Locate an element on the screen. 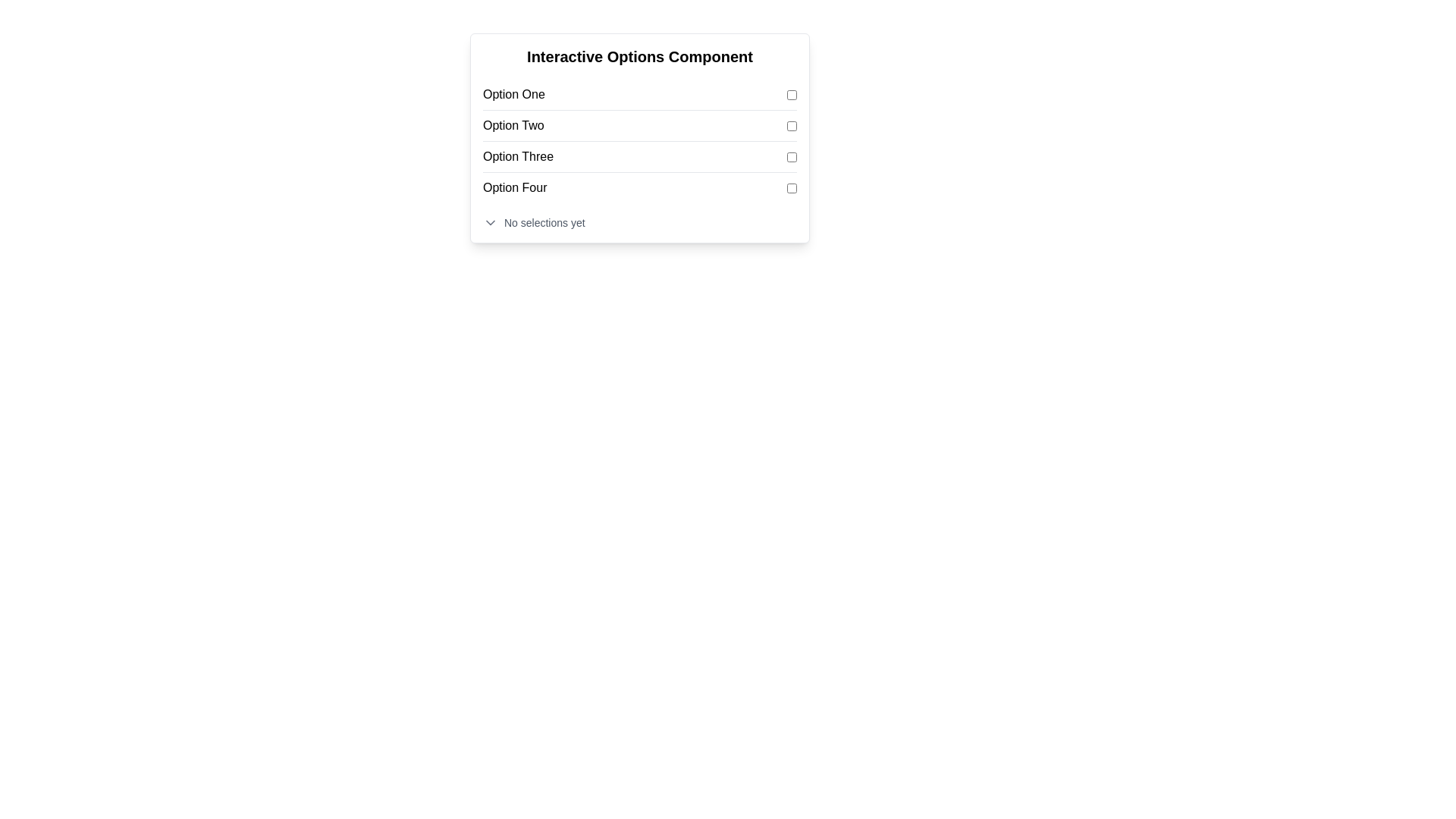  the checkbox for 'Option Three' is located at coordinates (791, 157).